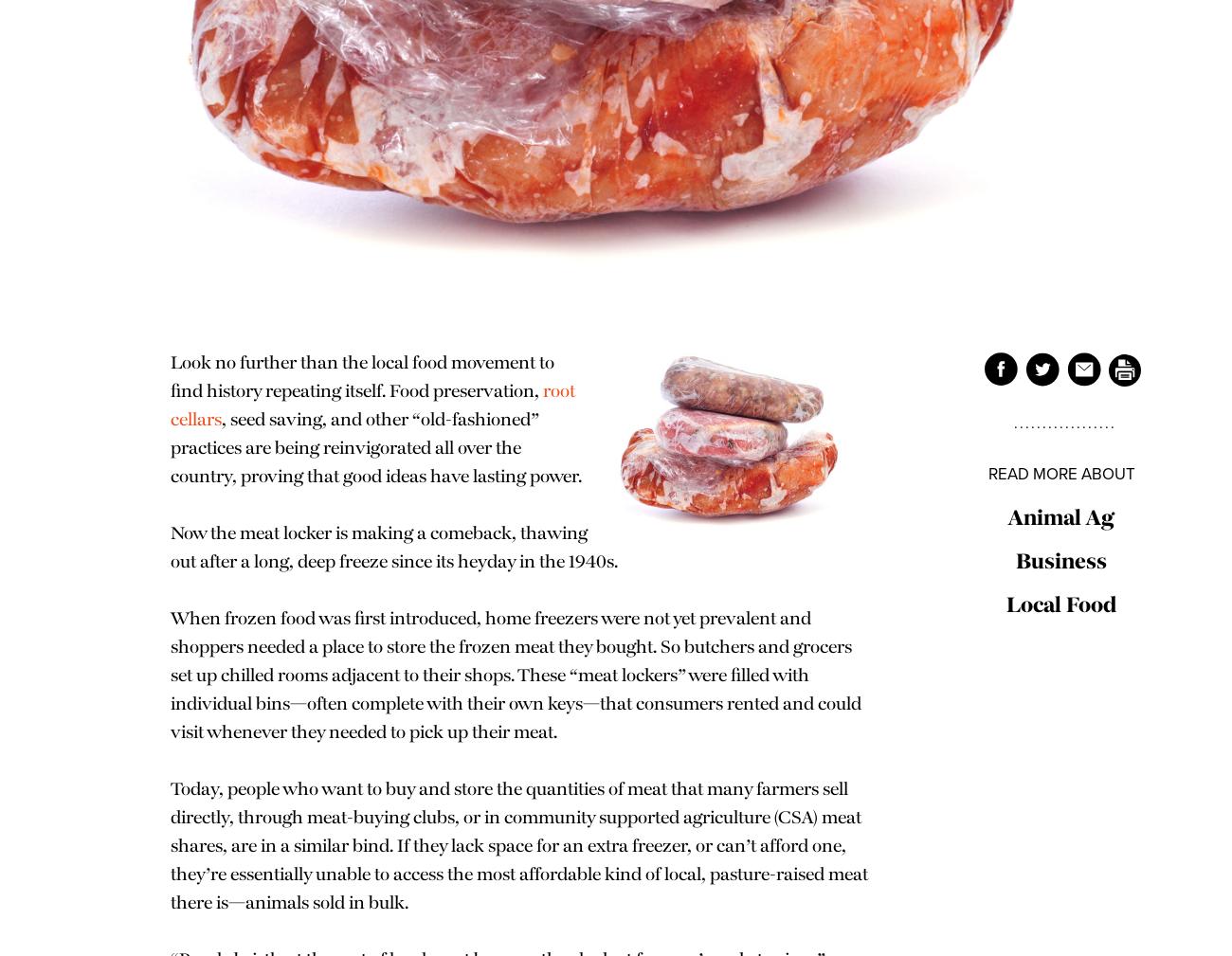  What do you see at coordinates (171, 405) in the screenshot?
I see `'root cellars'` at bounding box center [171, 405].